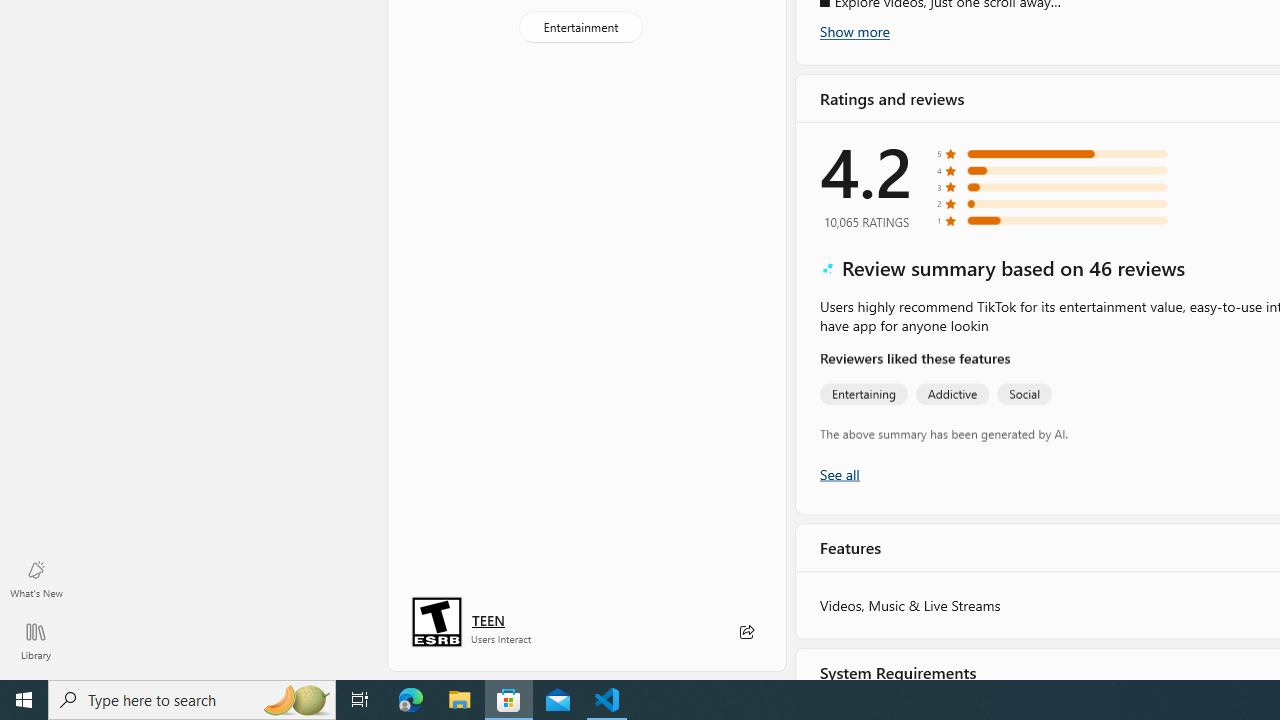 The width and height of the screenshot is (1280, 720). Describe the element at coordinates (839, 473) in the screenshot. I see `'Show all ratings and reviews'` at that location.